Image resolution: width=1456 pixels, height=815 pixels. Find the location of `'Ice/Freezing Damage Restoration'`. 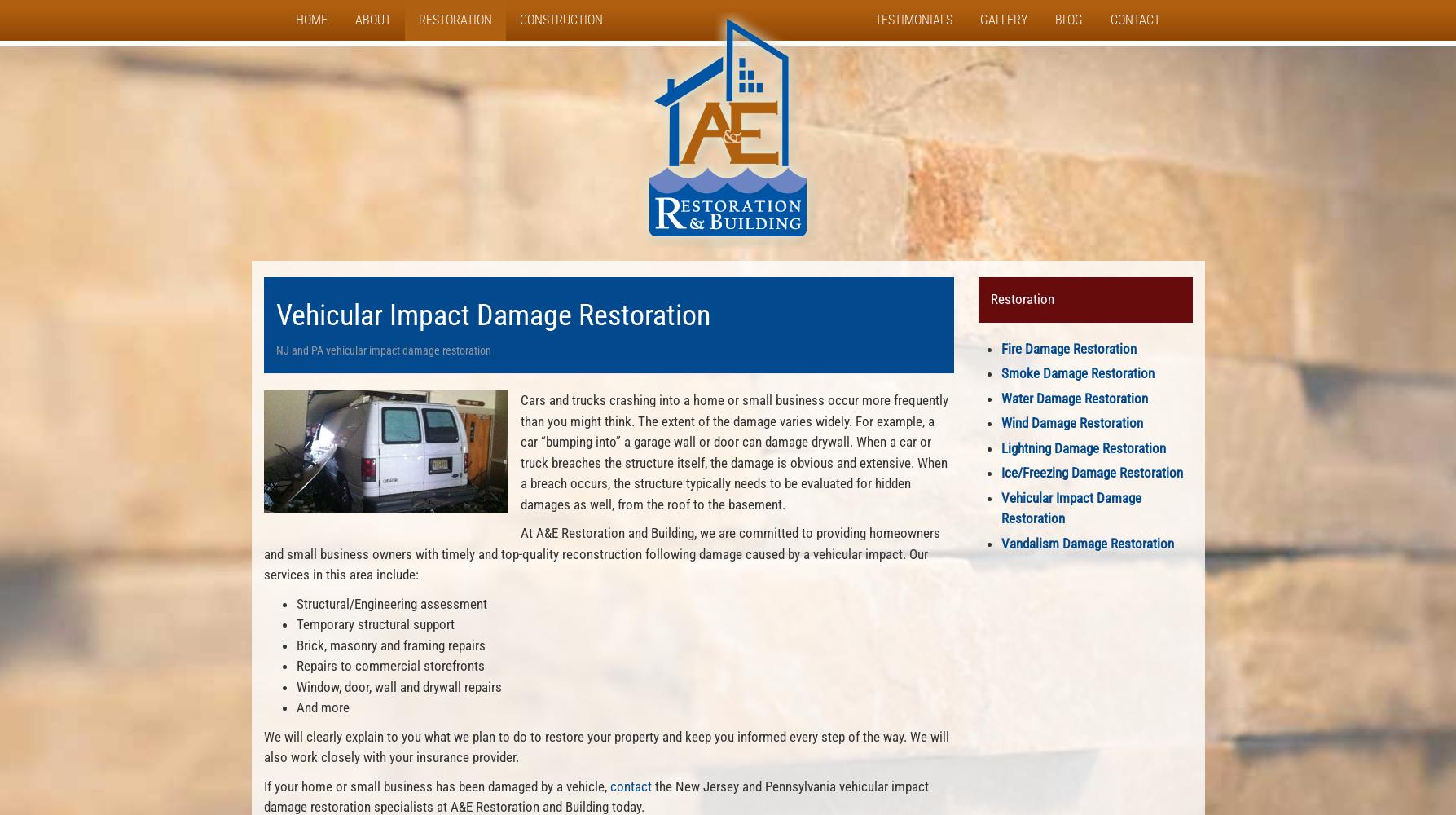

'Ice/Freezing Damage Restoration' is located at coordinates (1001, 472).